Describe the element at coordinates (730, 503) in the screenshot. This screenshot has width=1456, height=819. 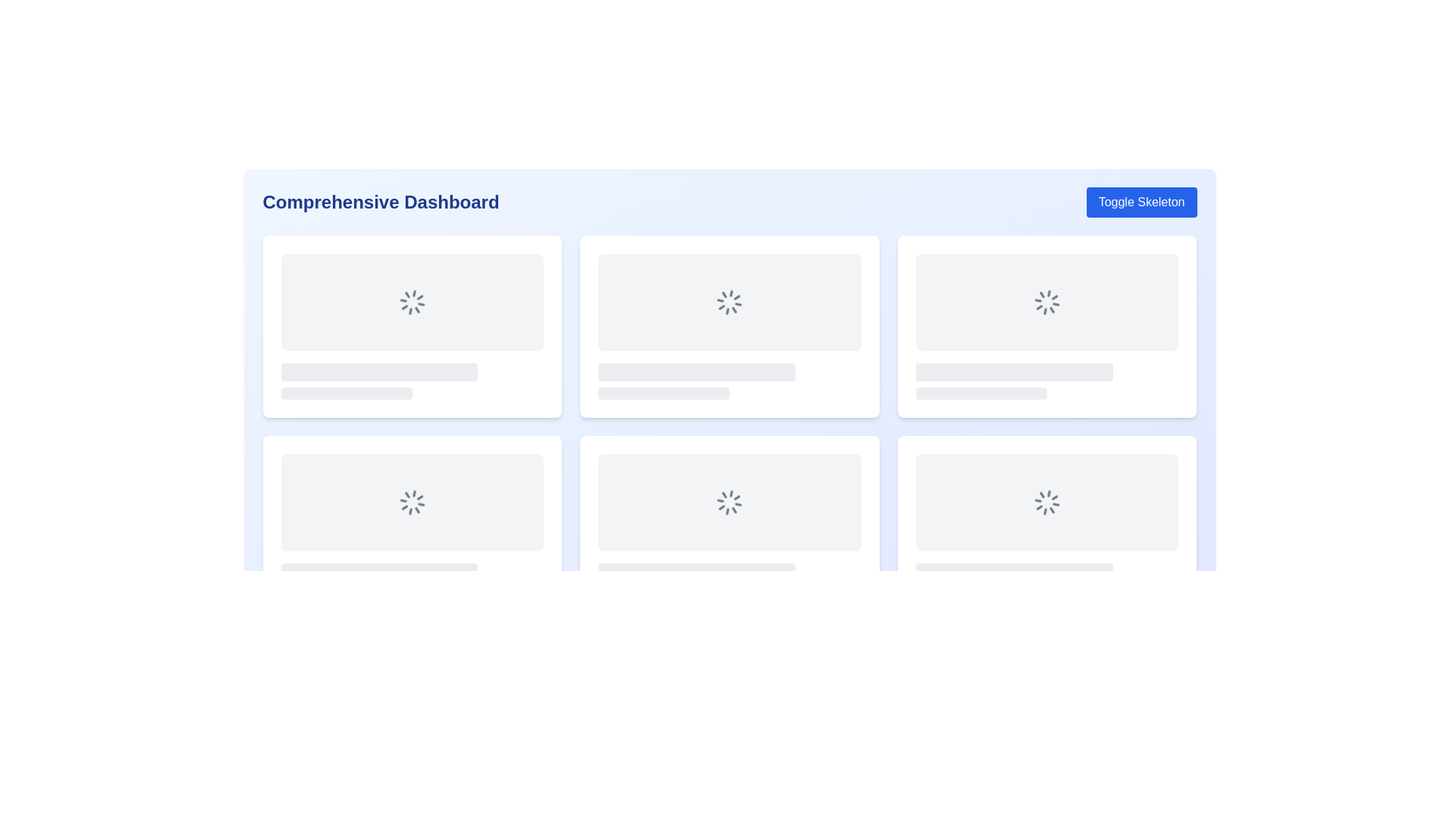
I see `the Loader or Spinner Icon located in the bottom row, middle column of the grid layout, which indicates that a process is currently loading or pending` at that location.